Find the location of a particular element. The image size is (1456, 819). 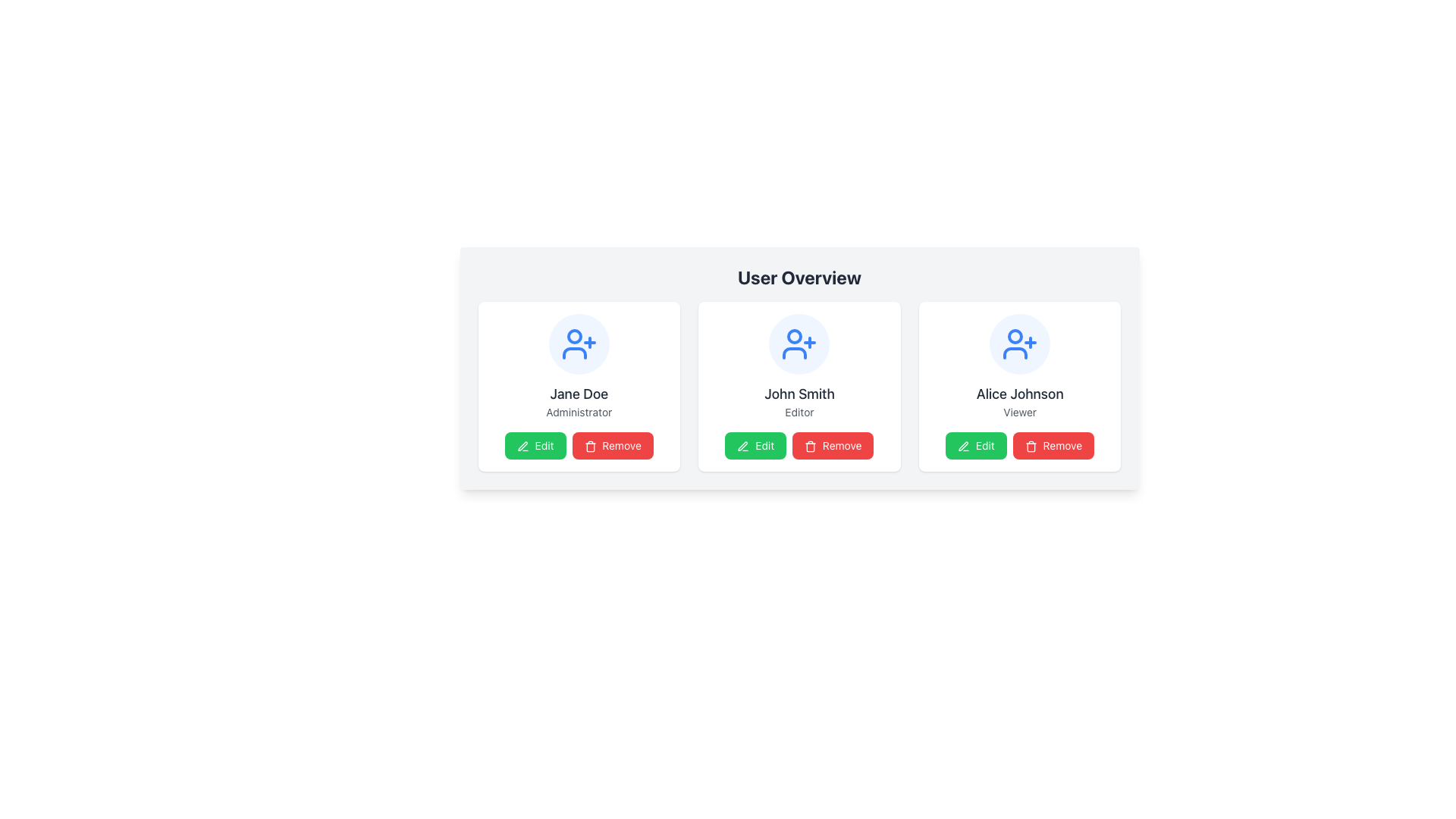

the small blue circular shape that is the central circle in the 'Add User' icon on the user card labeled 'Alice Johnson' is located at coordinates (1015, 335).